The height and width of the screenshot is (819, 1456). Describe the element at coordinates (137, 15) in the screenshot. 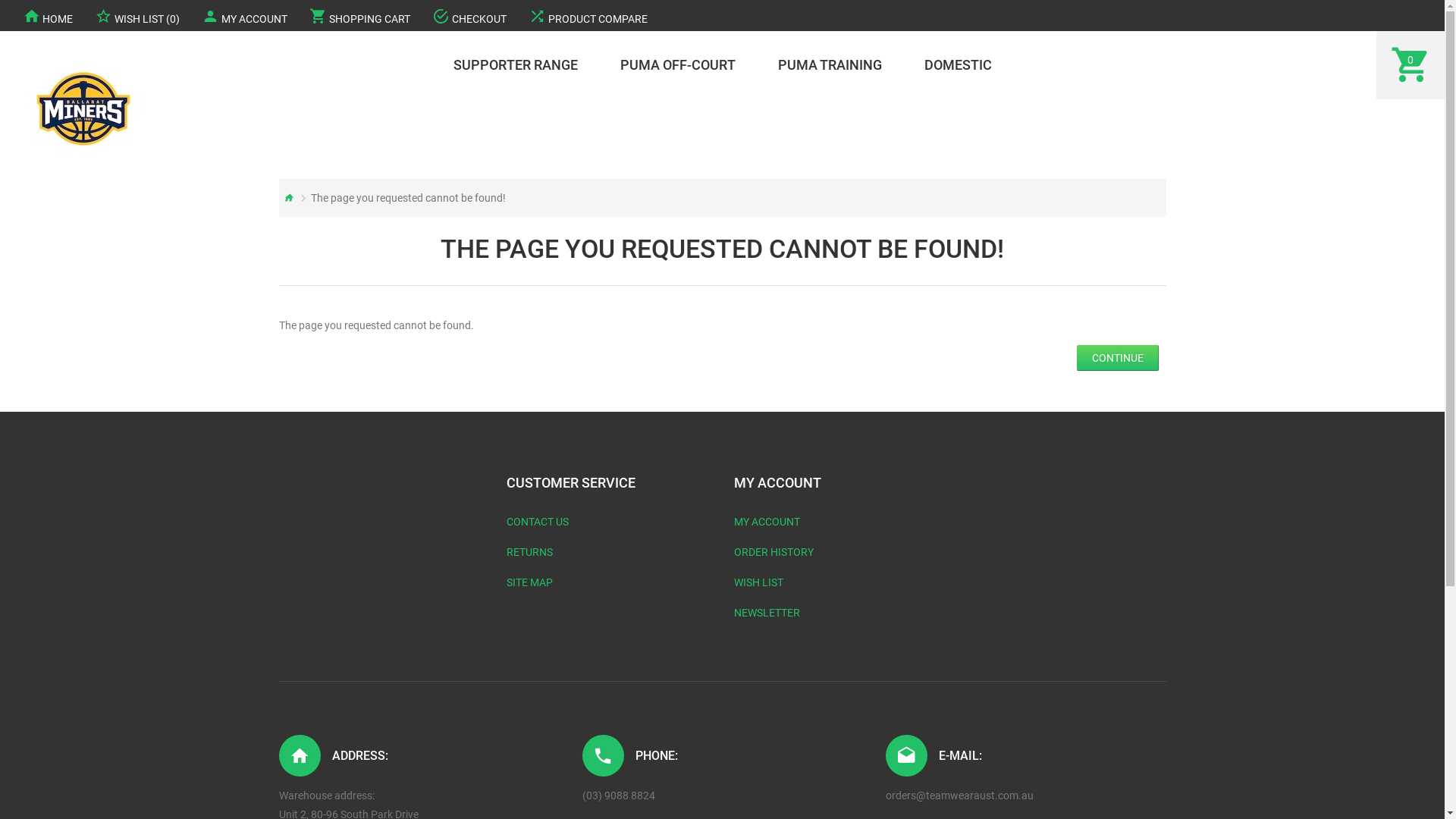

I see `'WISH LIST (0)'` at that location.